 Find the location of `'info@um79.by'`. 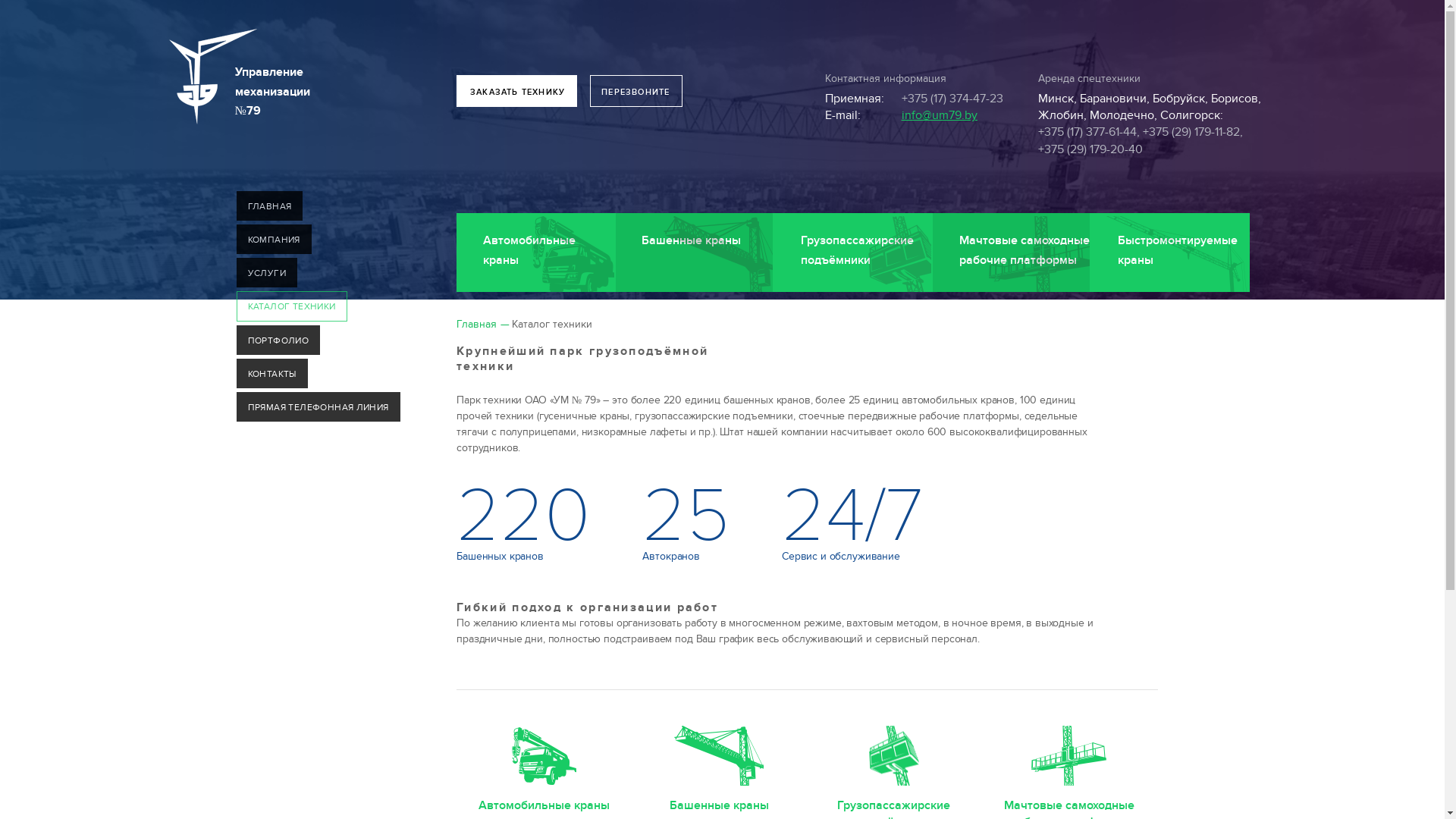

'info@um79.by' is located at coordinates (938, 114).